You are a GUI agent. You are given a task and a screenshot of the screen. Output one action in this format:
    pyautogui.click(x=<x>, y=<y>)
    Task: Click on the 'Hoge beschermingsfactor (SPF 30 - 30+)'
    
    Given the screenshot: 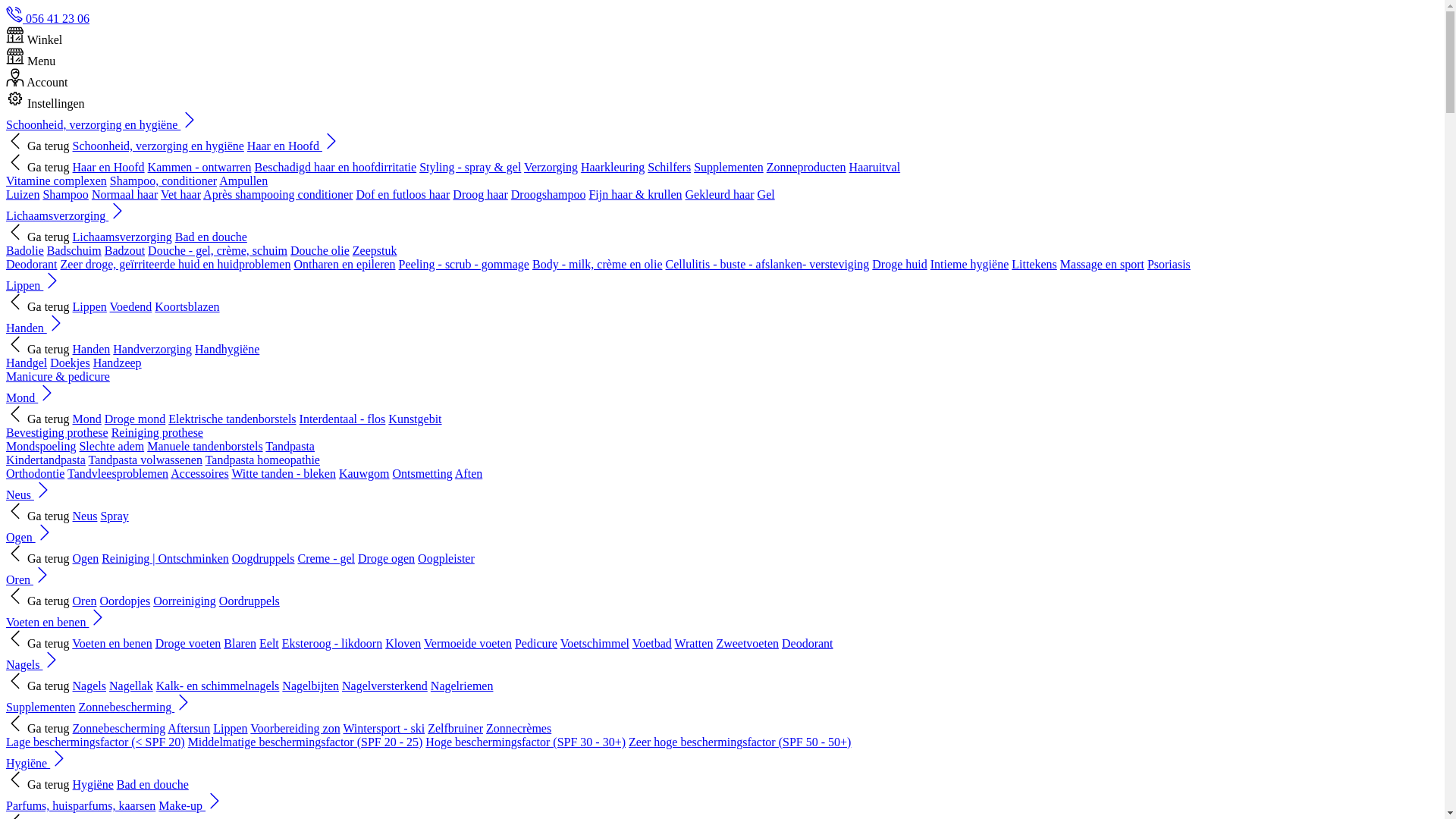 What is the action you would take?
    pyautogui.click(x=525, y=741)
    